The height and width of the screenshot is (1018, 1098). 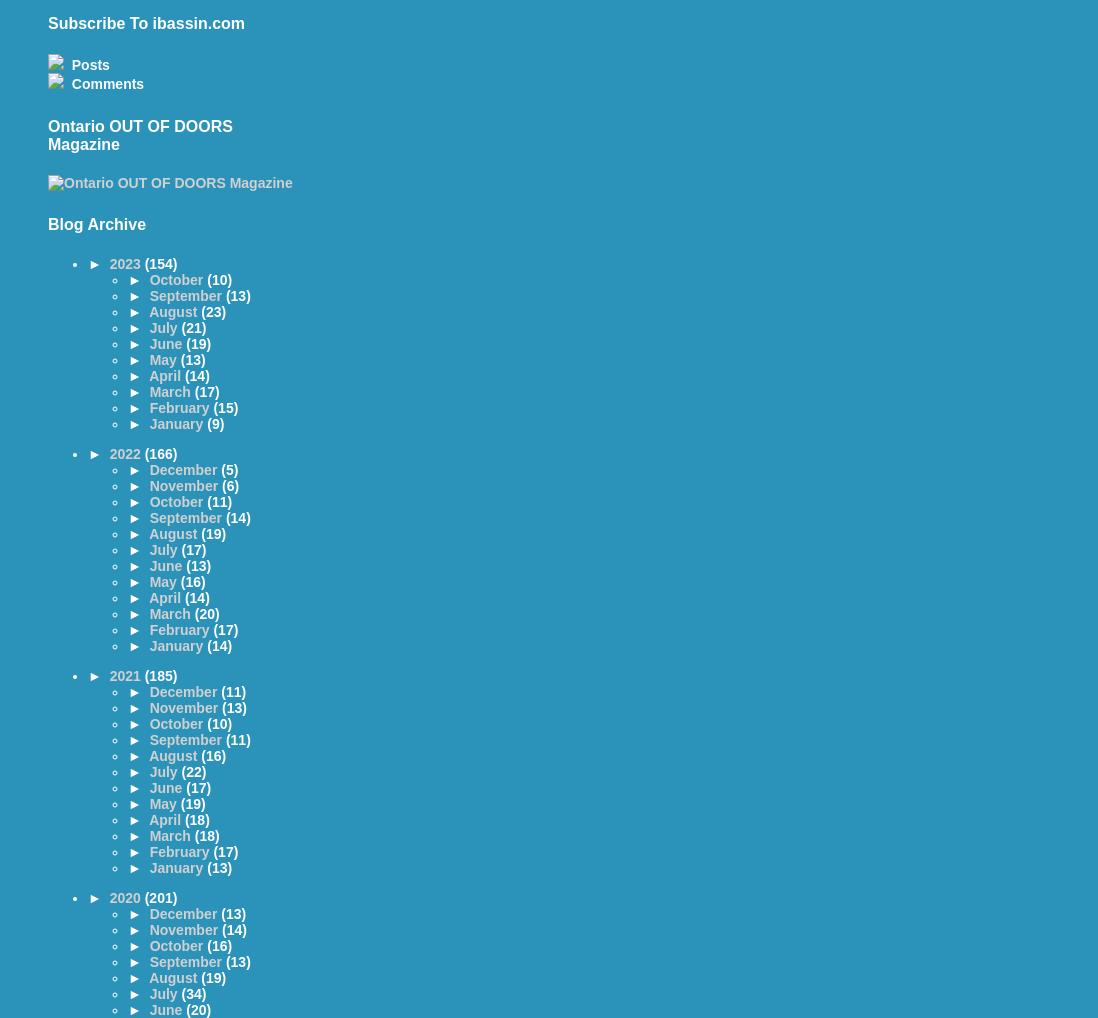 I want to click on '(34)', so click(x=192, y=993).